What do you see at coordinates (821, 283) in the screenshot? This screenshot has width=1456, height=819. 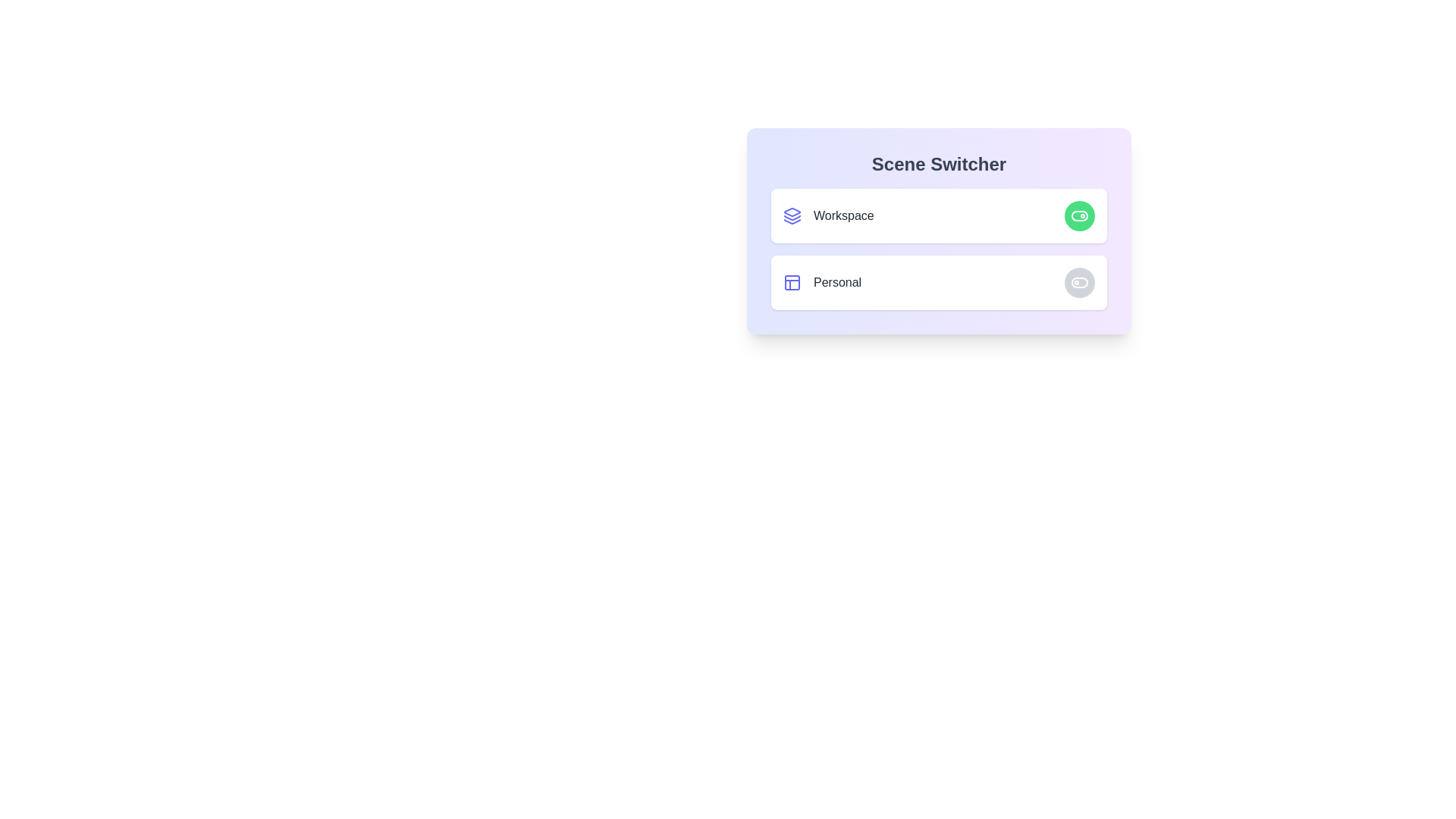 I see `the textual content of the 'Personal' label, which is styled with a medium gray font and is positioned inline with a small icon in a soft blue box, located within the scene-switching options card` at bounding box center [821, 283].